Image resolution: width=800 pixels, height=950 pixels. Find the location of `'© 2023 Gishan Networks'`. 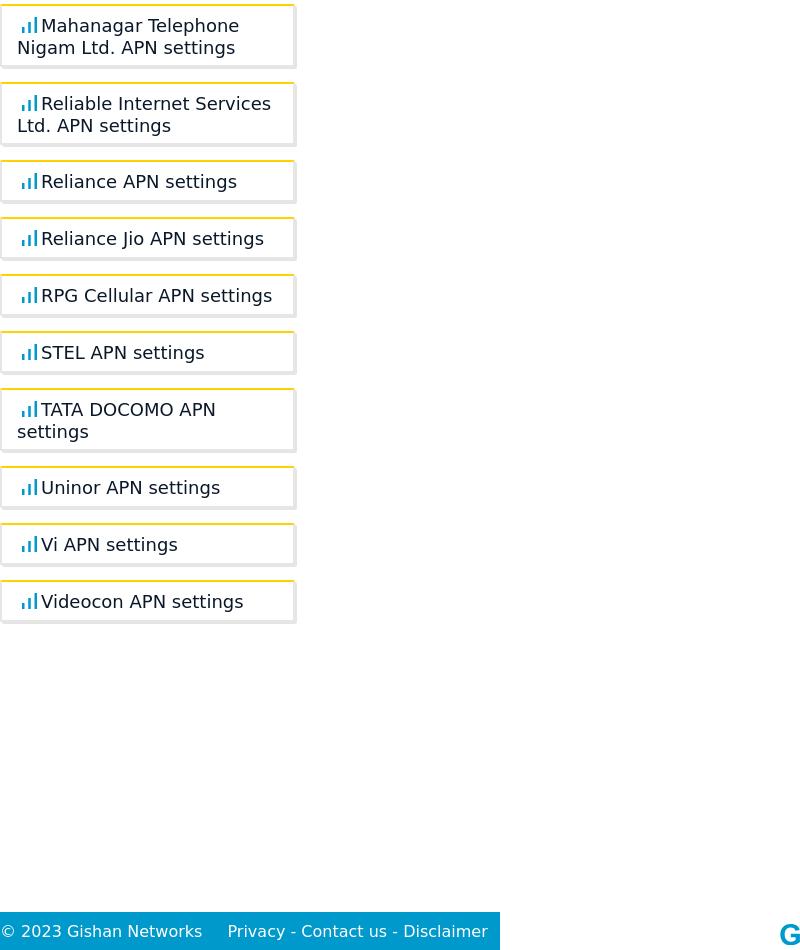

'© 2023 Gishan Networks' is located at coordinates (0, 930).